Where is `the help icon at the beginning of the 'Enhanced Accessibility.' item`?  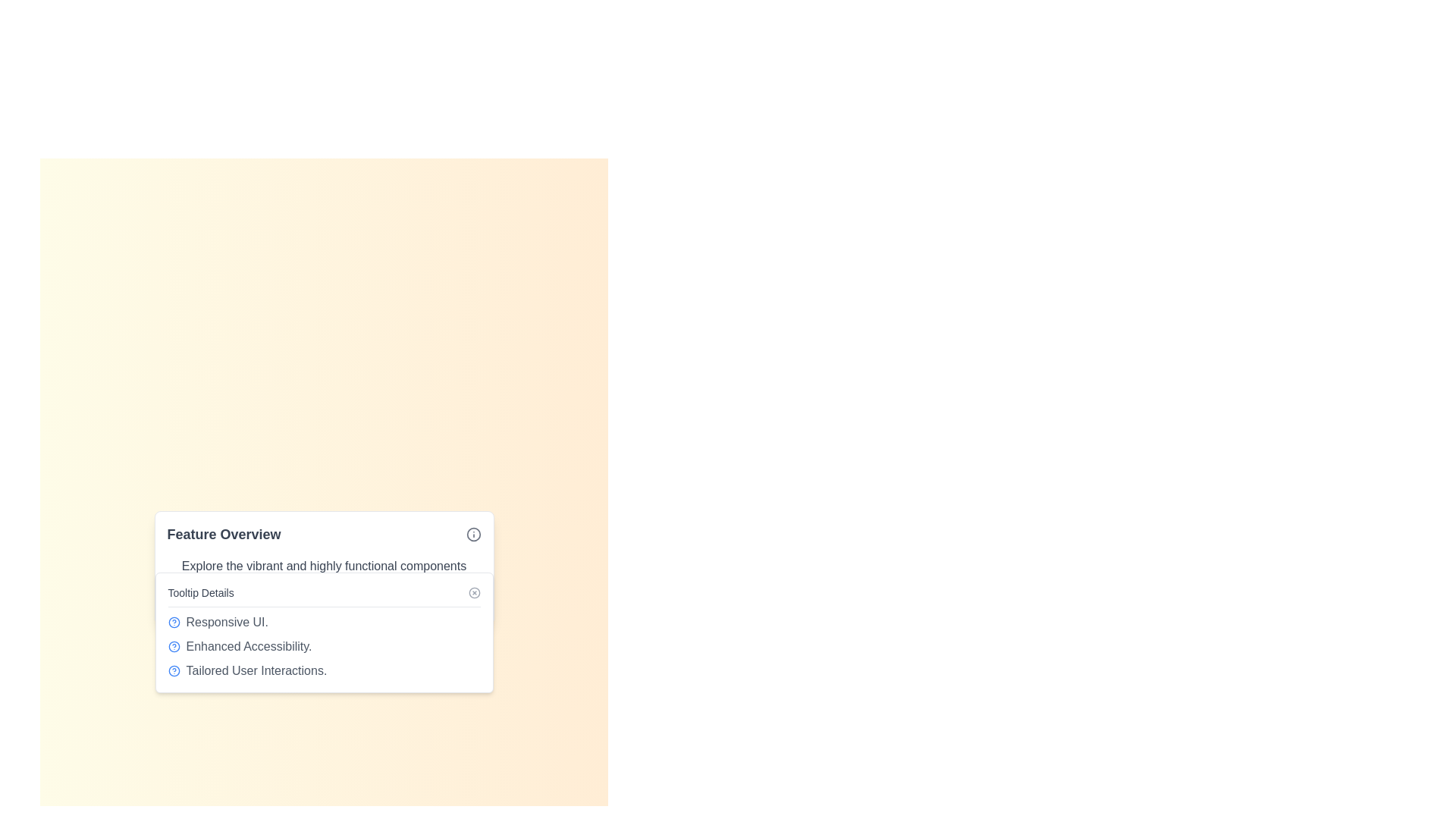
the help icon at the beginning of the 'Enhanced Accessibility.' item is located at coordinates (174, 646).